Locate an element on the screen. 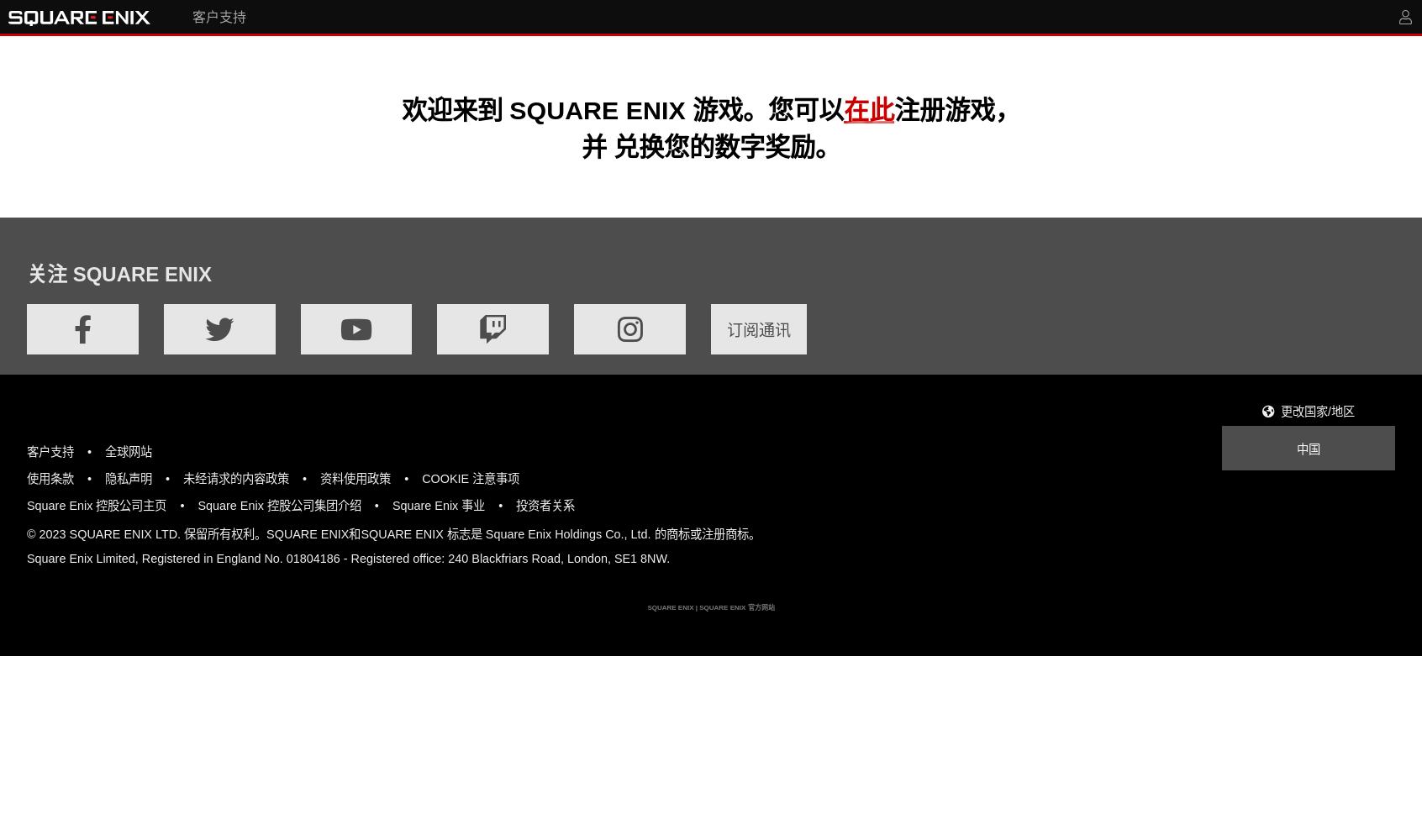 This screenshot has width=1422, height=840. 'Square Enix Limited, Registered in England No. 01804186 - Registered office: 240 Blackfriars Road, London, SE1 8NW.' is located at coordinates (348, 558).